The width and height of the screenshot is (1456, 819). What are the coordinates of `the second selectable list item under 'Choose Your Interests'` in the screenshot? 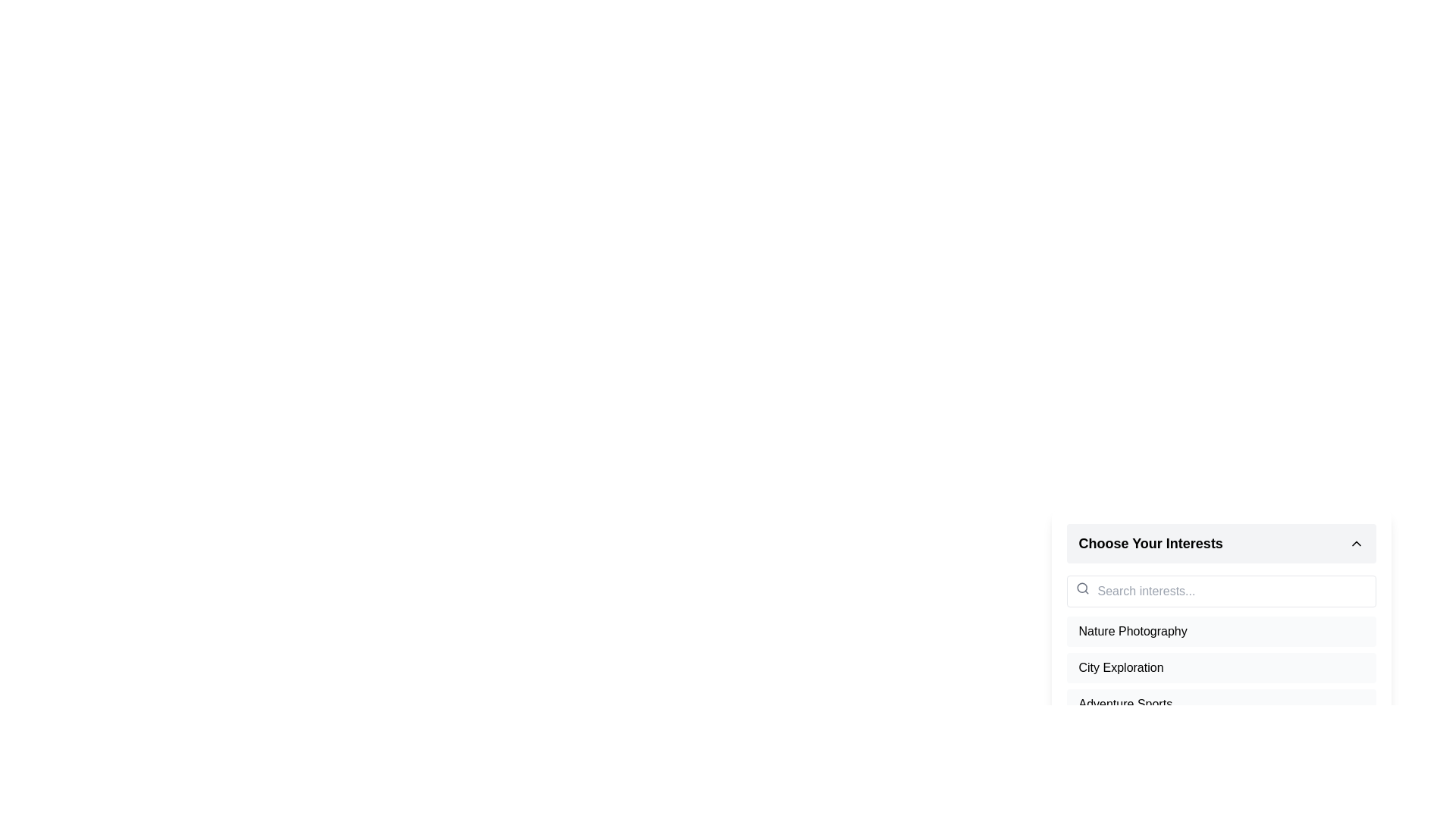 It's located at (1221, 667).